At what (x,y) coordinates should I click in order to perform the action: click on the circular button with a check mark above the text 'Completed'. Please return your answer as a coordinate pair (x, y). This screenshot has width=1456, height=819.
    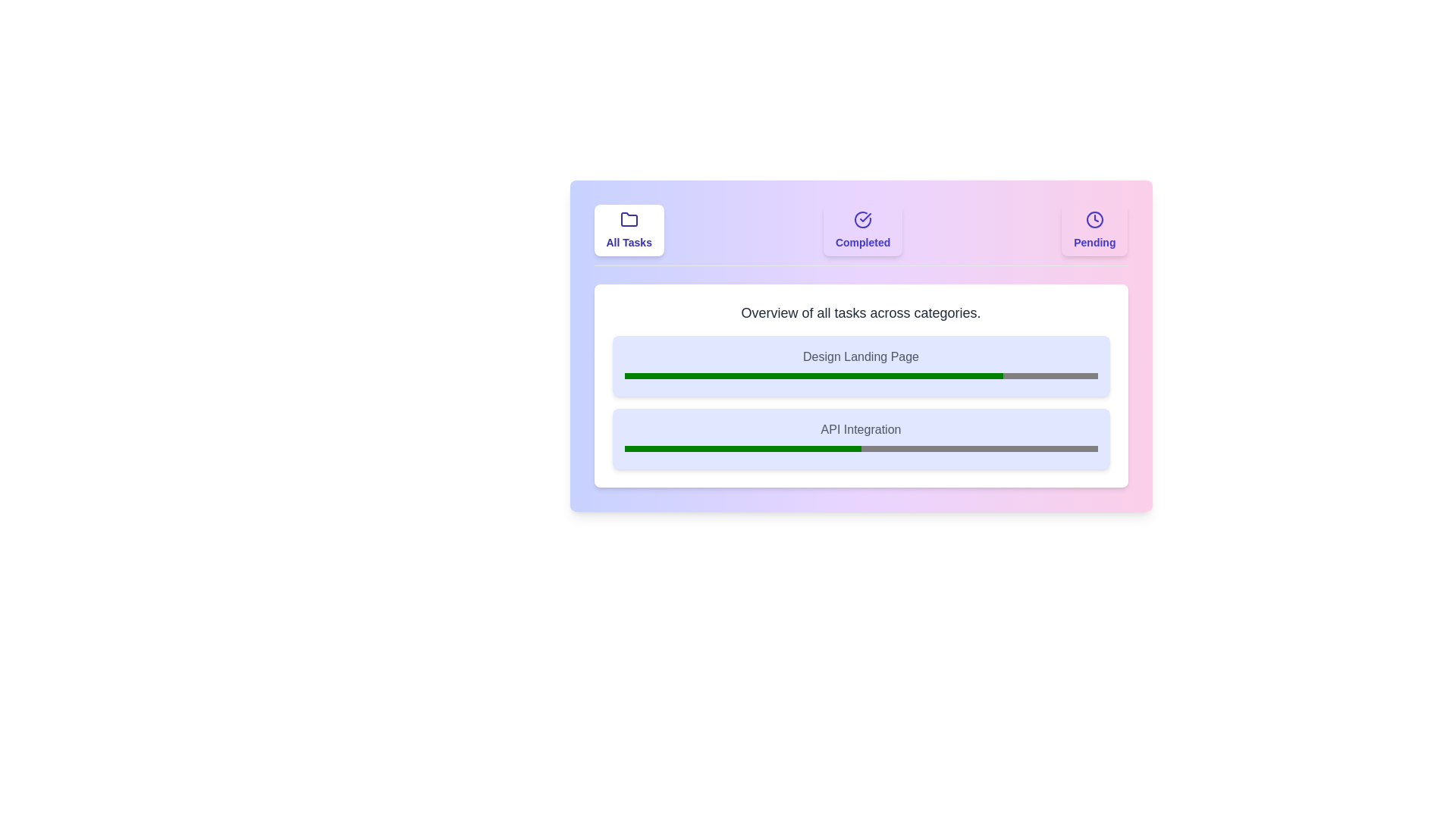
    Looking at the image, I should click on (863, 231).